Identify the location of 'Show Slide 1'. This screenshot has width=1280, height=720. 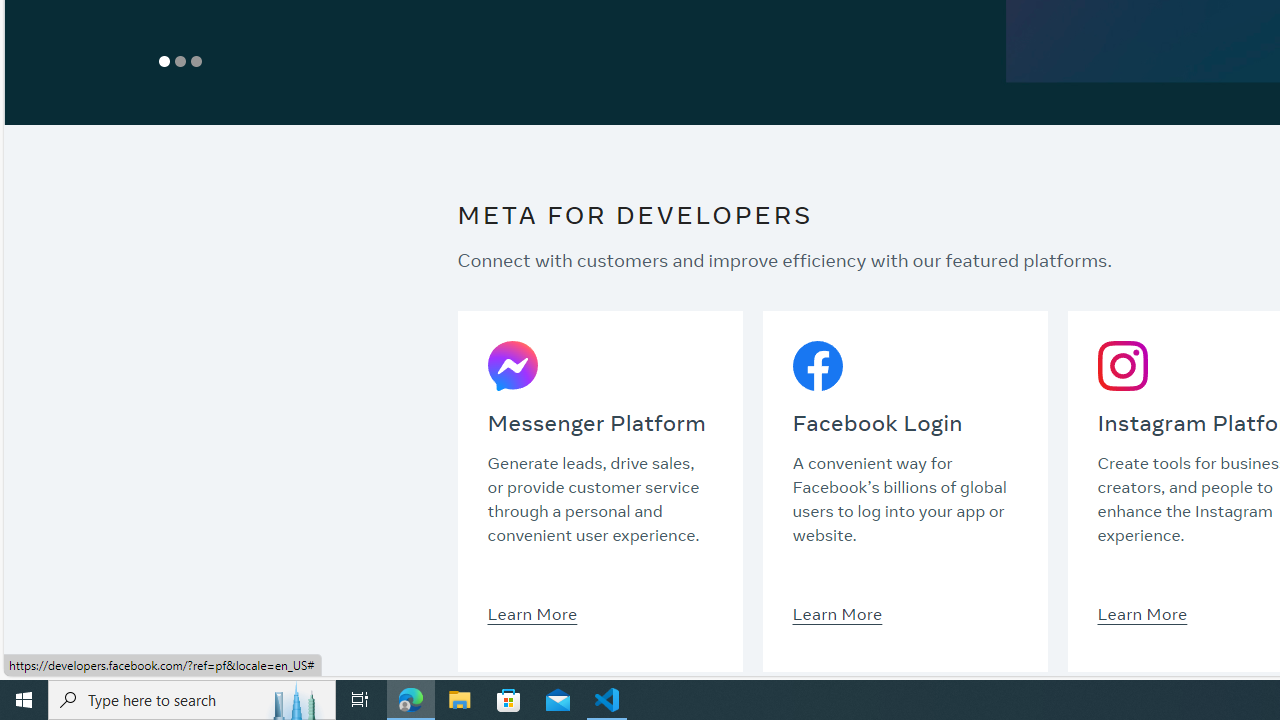
(165, 60).